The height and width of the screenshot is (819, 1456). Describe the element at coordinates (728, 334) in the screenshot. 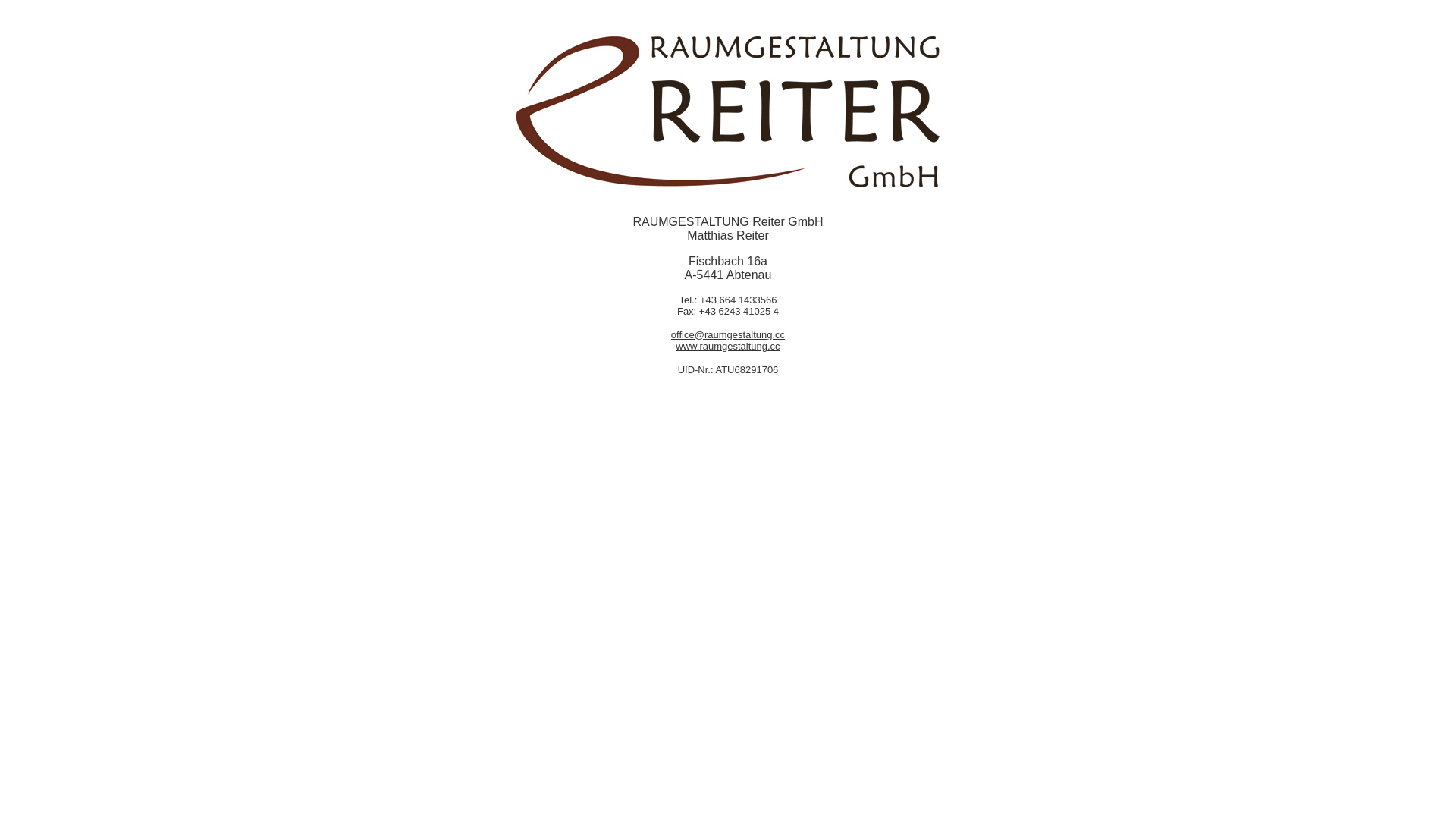

I see `'office@raumgestaltung.cc'` at that location.